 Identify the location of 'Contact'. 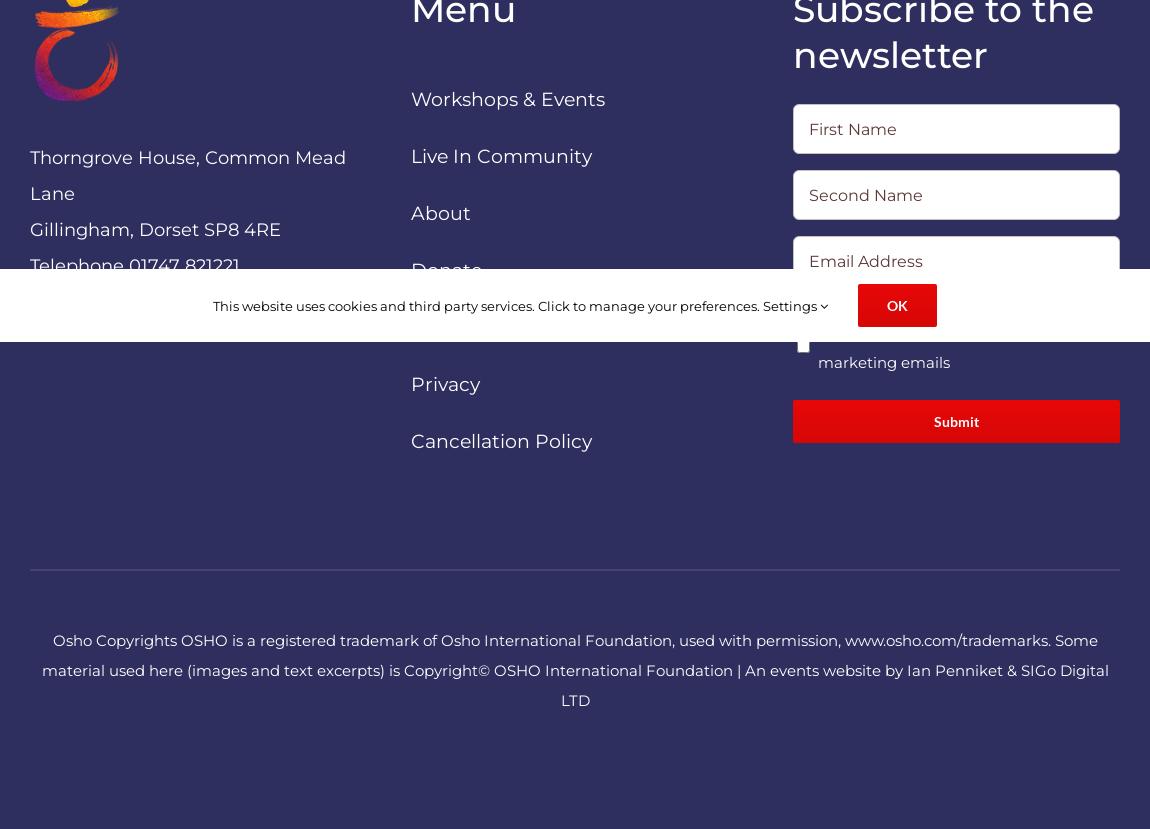
(449, 327).